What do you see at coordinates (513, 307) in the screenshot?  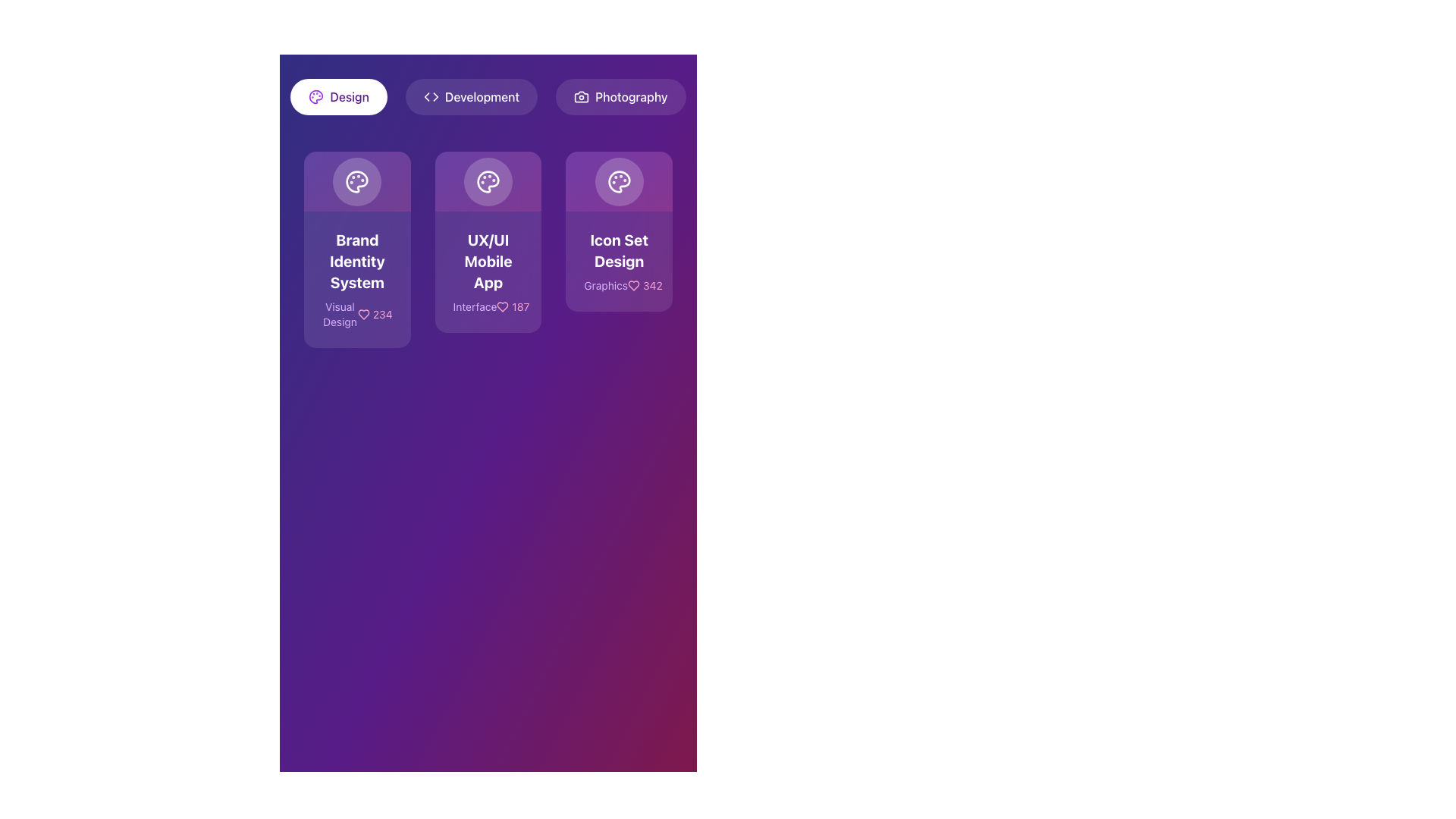 I see `the text label with an icon indicating numerical metrics, located in the second card from the left in the grid layout, near the bottom-right corner just below the title 'Interface'` at bounding box center [513, 307].